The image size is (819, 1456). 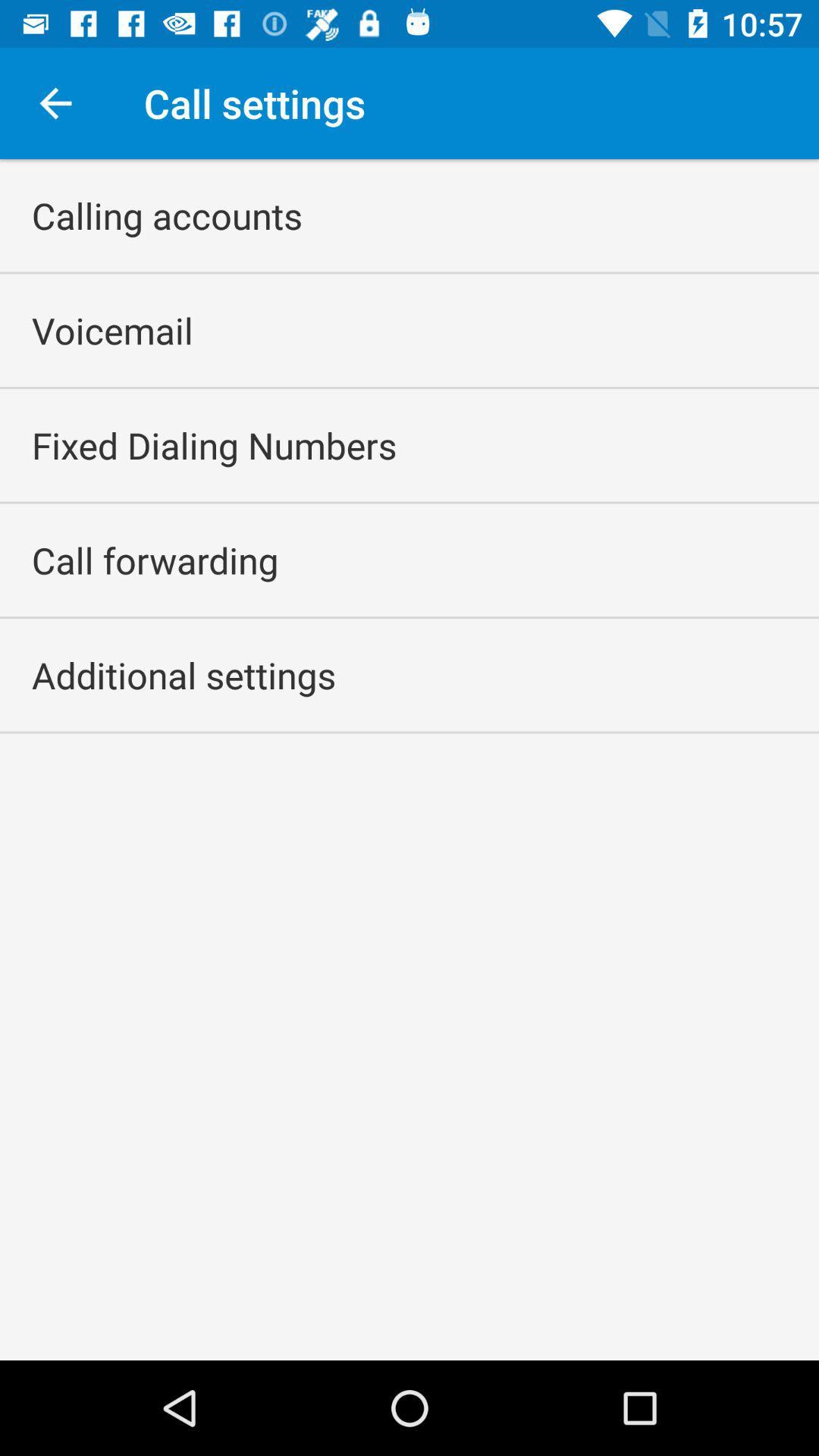 What do you see at coordinates (111, 329) in the screenshot?
I see `voicemail` at bounding box center [111, 329].